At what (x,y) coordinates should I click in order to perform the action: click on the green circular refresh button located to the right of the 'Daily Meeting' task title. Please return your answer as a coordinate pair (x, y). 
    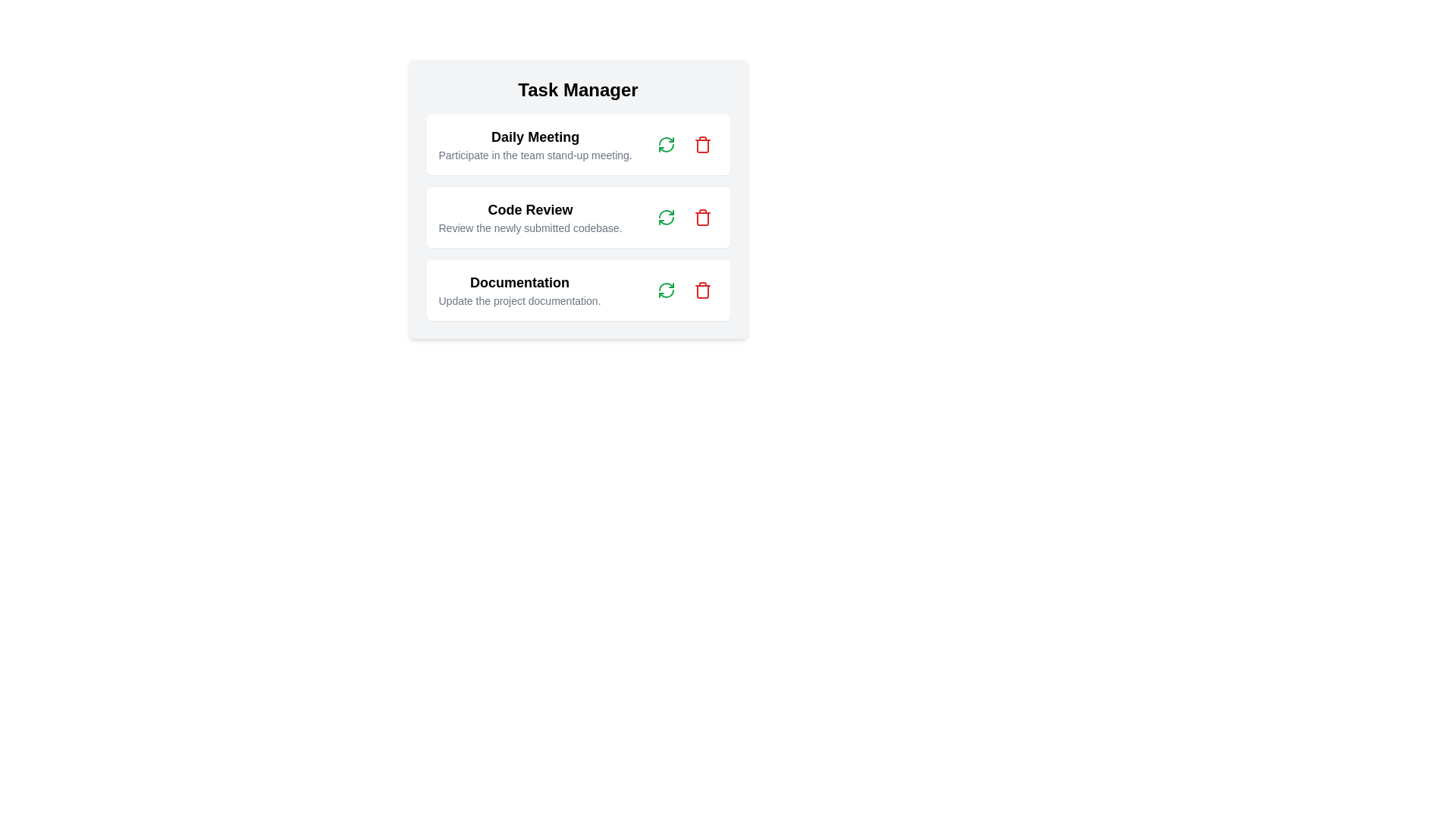
    Looking at the image, I should click on (666, 145).